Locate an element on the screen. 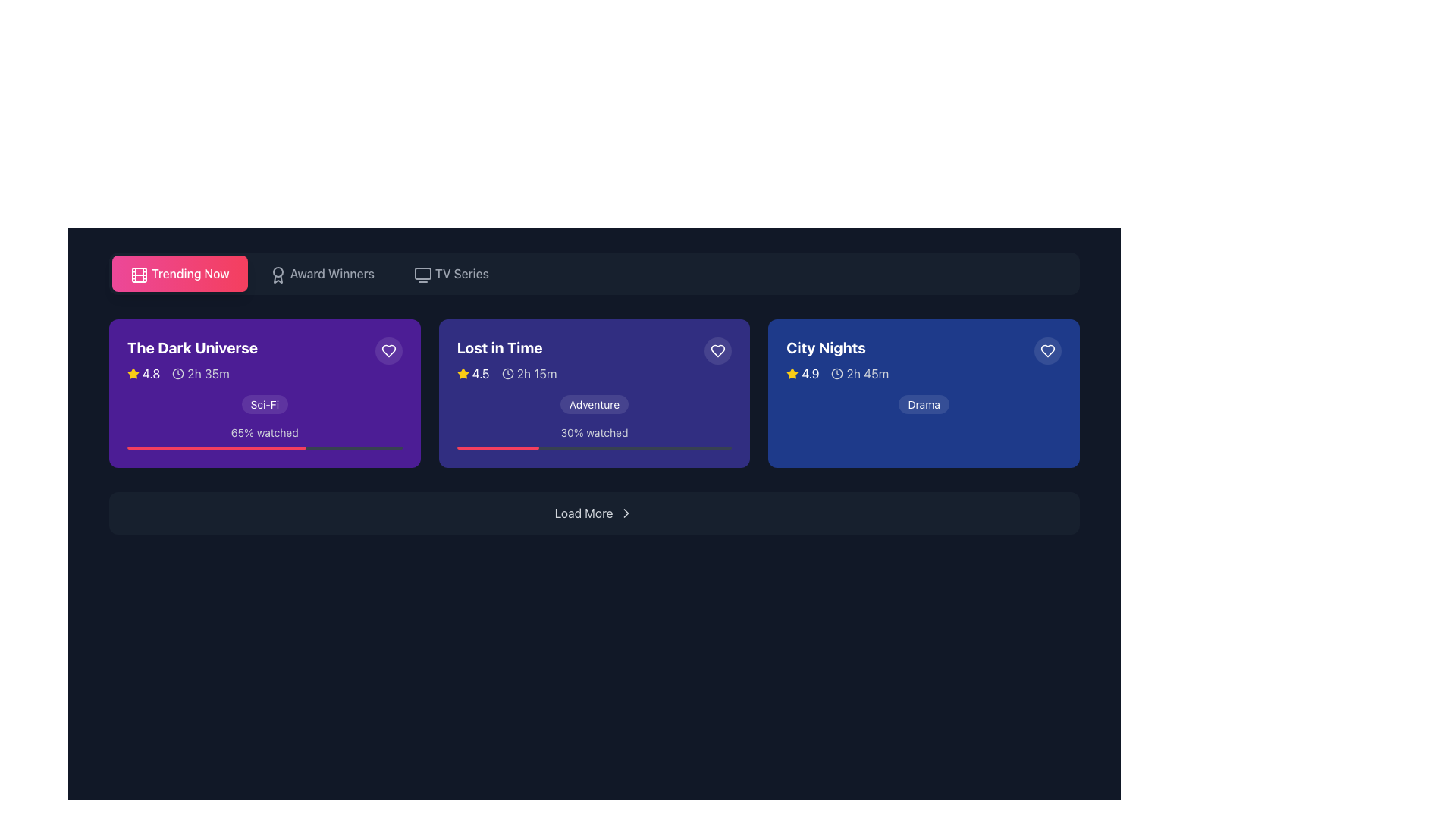  the 'Trending Now' text label embedded within the button is located at coordinates (190, 274).